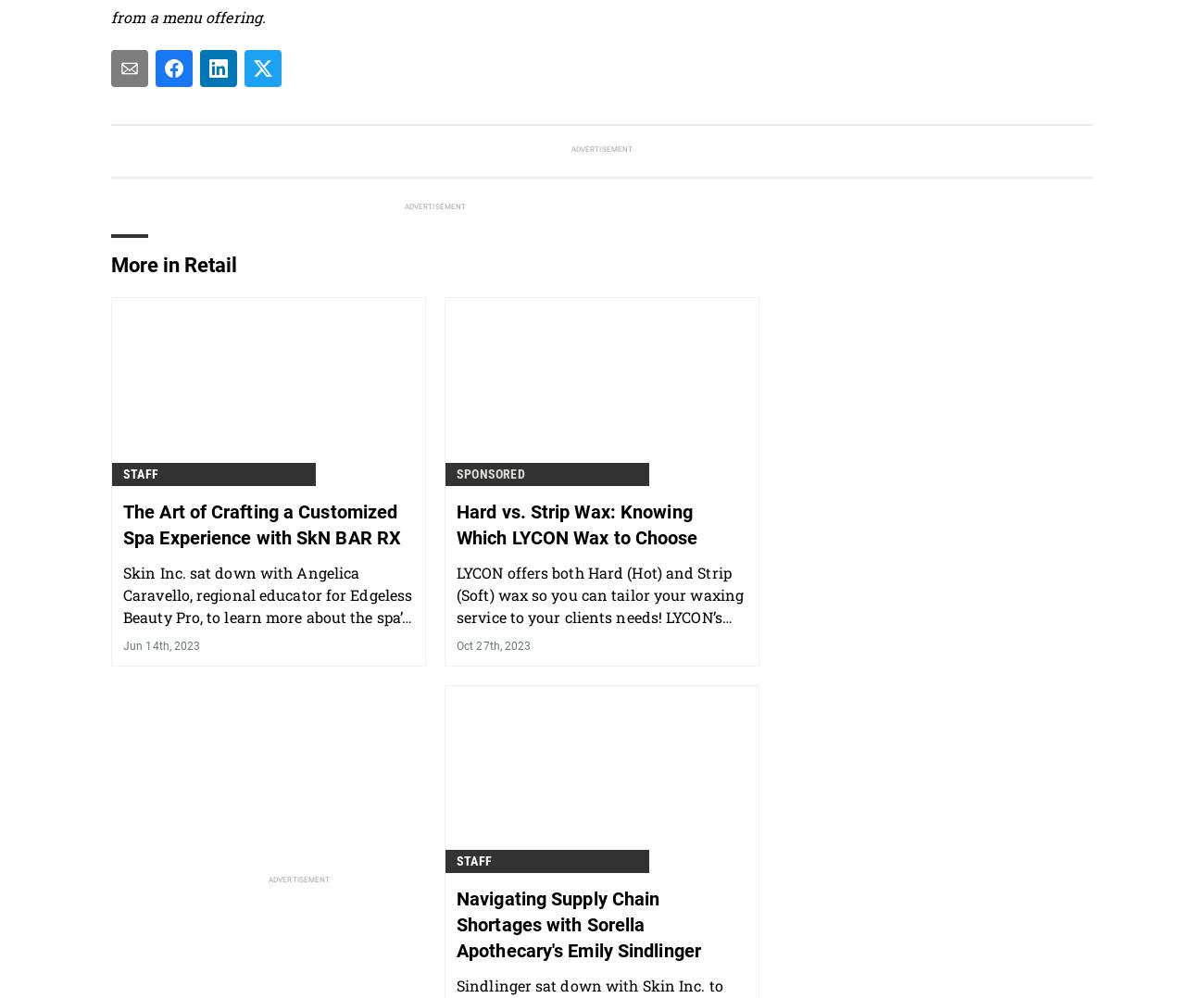  What do you see at coordinates (456, 472) in the screenshot?
I see `'Sponsored'` at bounding box center [456, 472].